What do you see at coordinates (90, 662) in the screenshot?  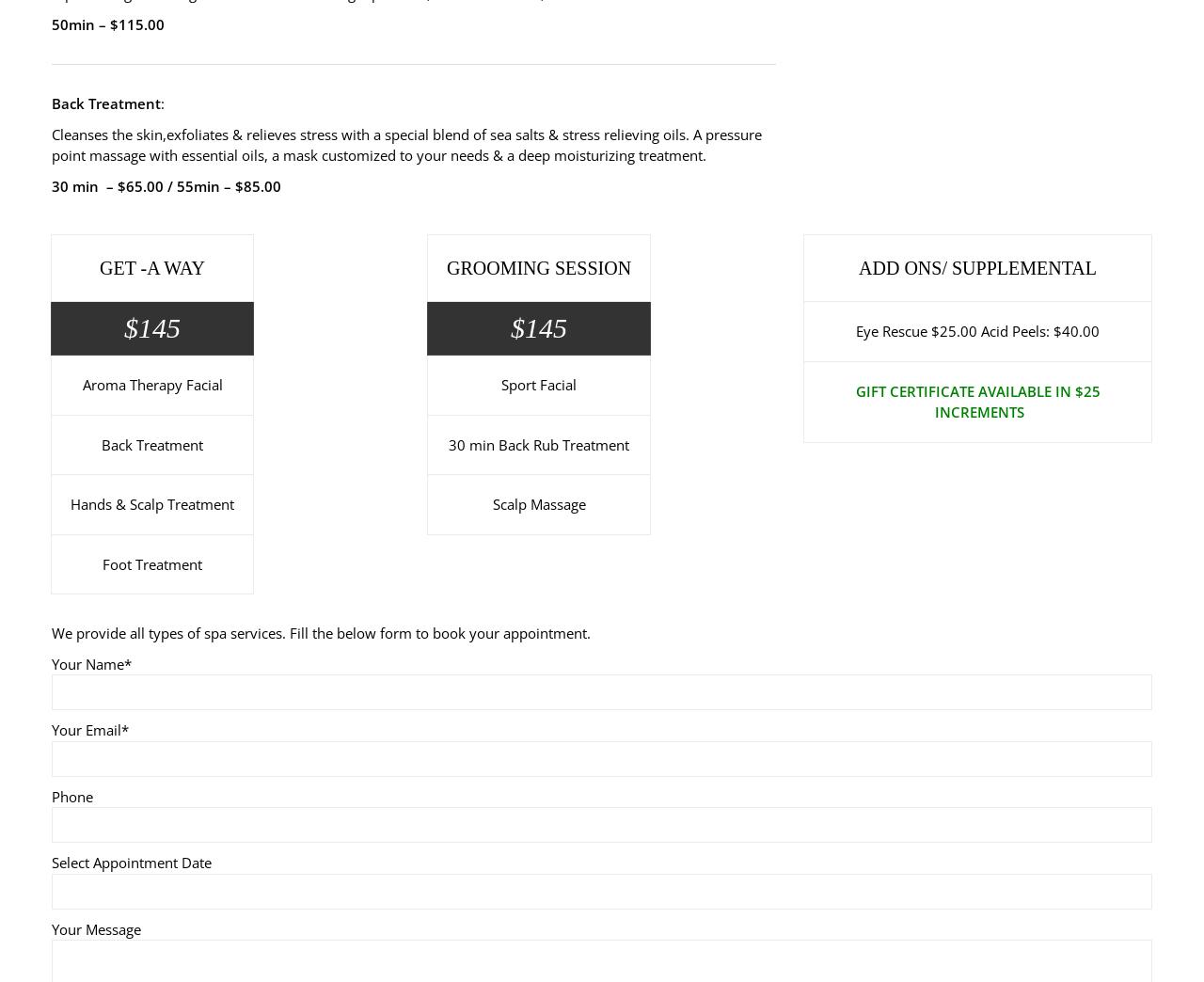 I see `'Your Name*'` at bounding box center [90, 662].